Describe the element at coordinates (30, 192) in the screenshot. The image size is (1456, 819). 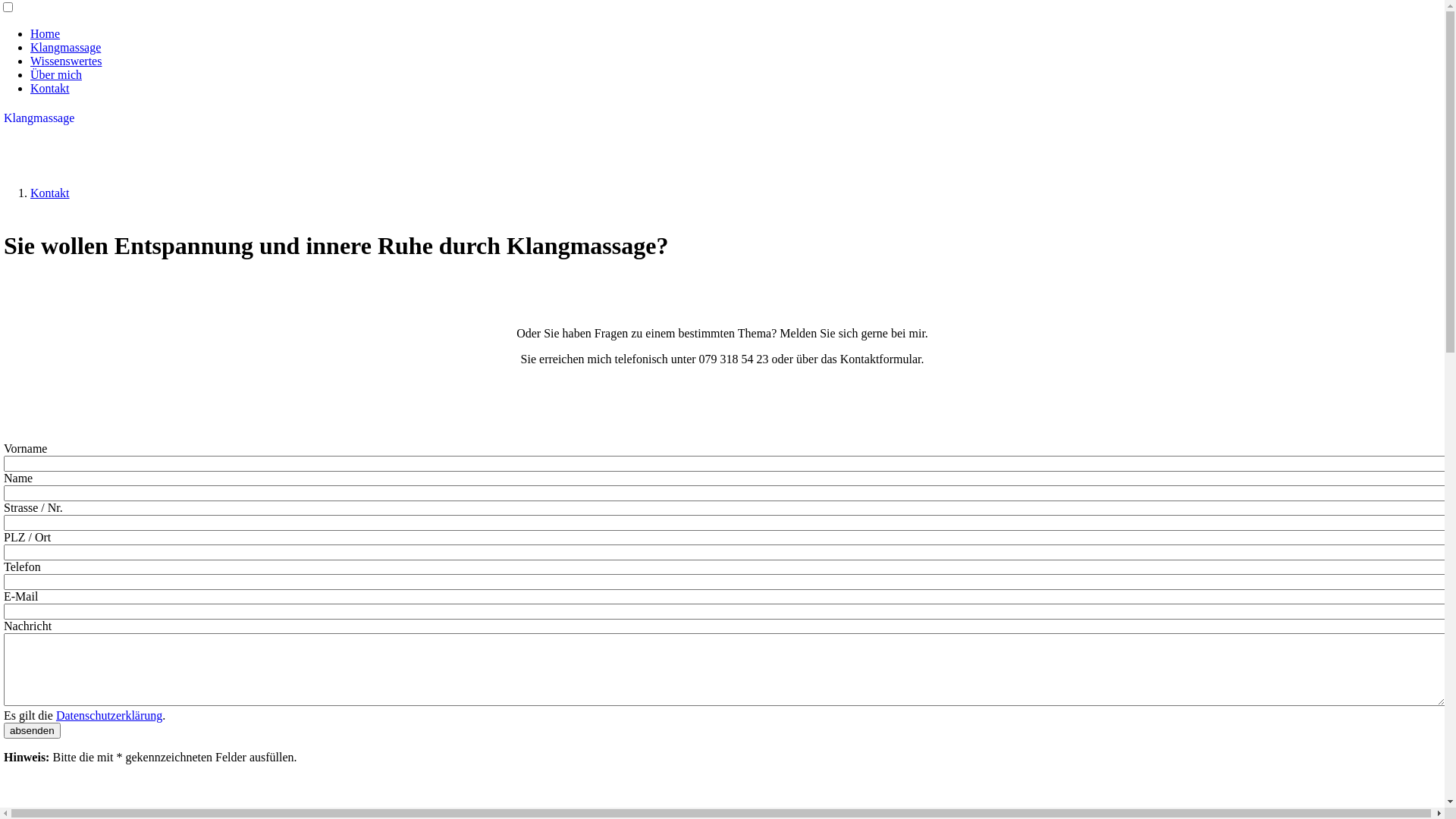
I see `'Kontakt'` at that location.